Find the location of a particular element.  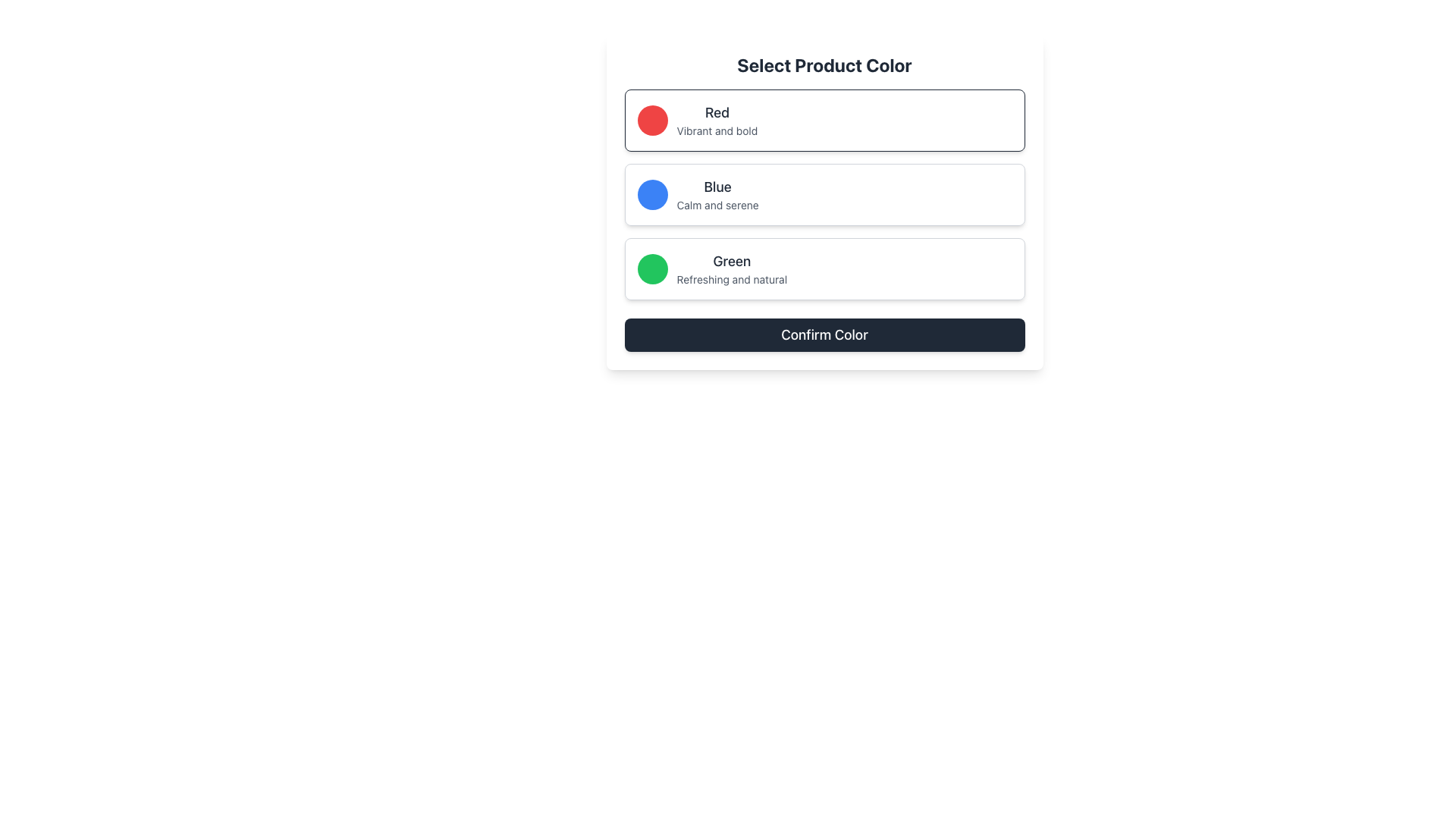

the descriptive text that elaborates on the characteristics of the 'Green' color option, located directly under the main title 'Green' within the third selectable color option column is located at coordinates (732, 280).